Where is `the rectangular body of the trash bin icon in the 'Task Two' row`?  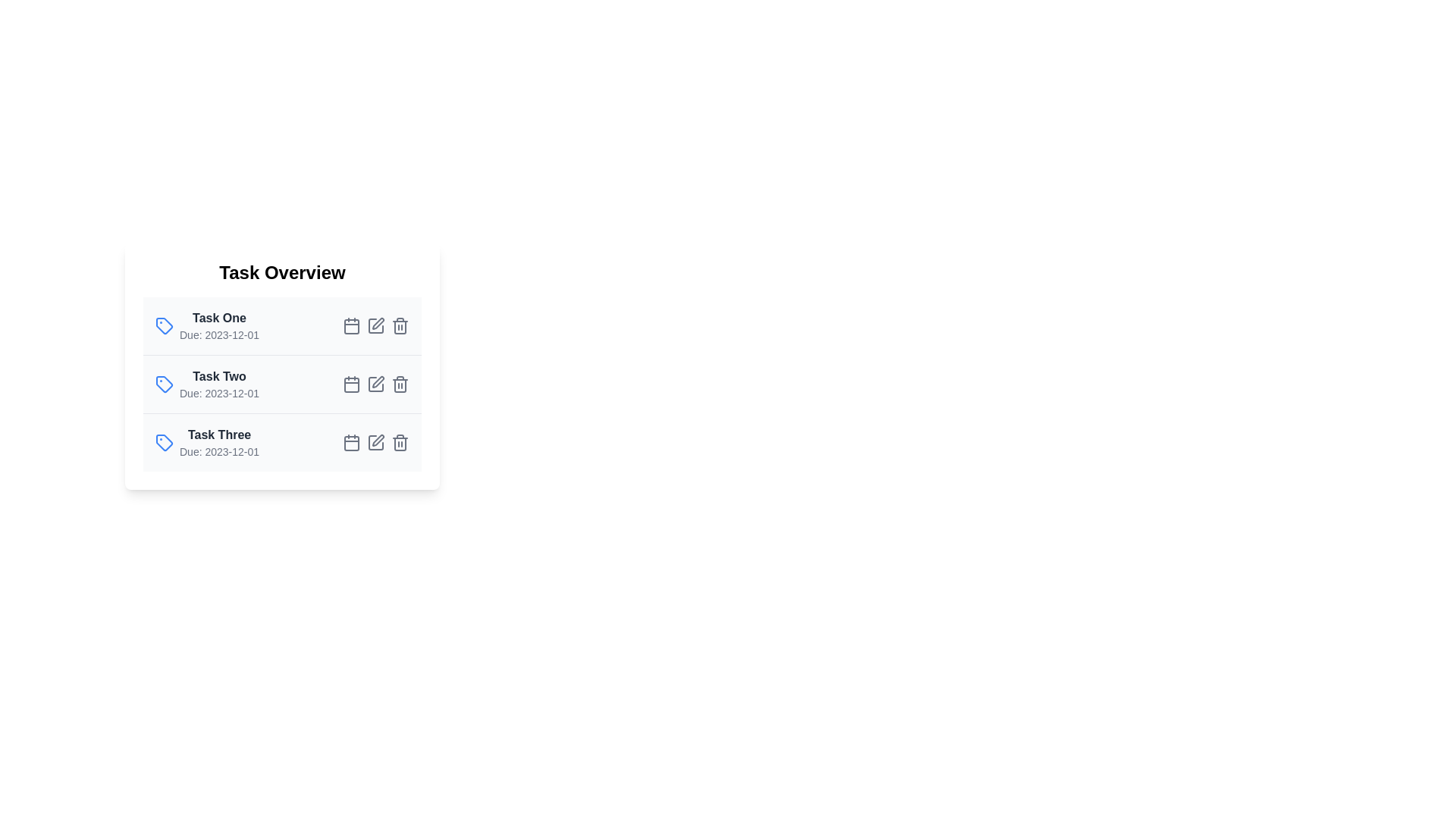
the rectangular body of the trash bin icon in the 'Task Two' row is located at coordinates (400, 385).